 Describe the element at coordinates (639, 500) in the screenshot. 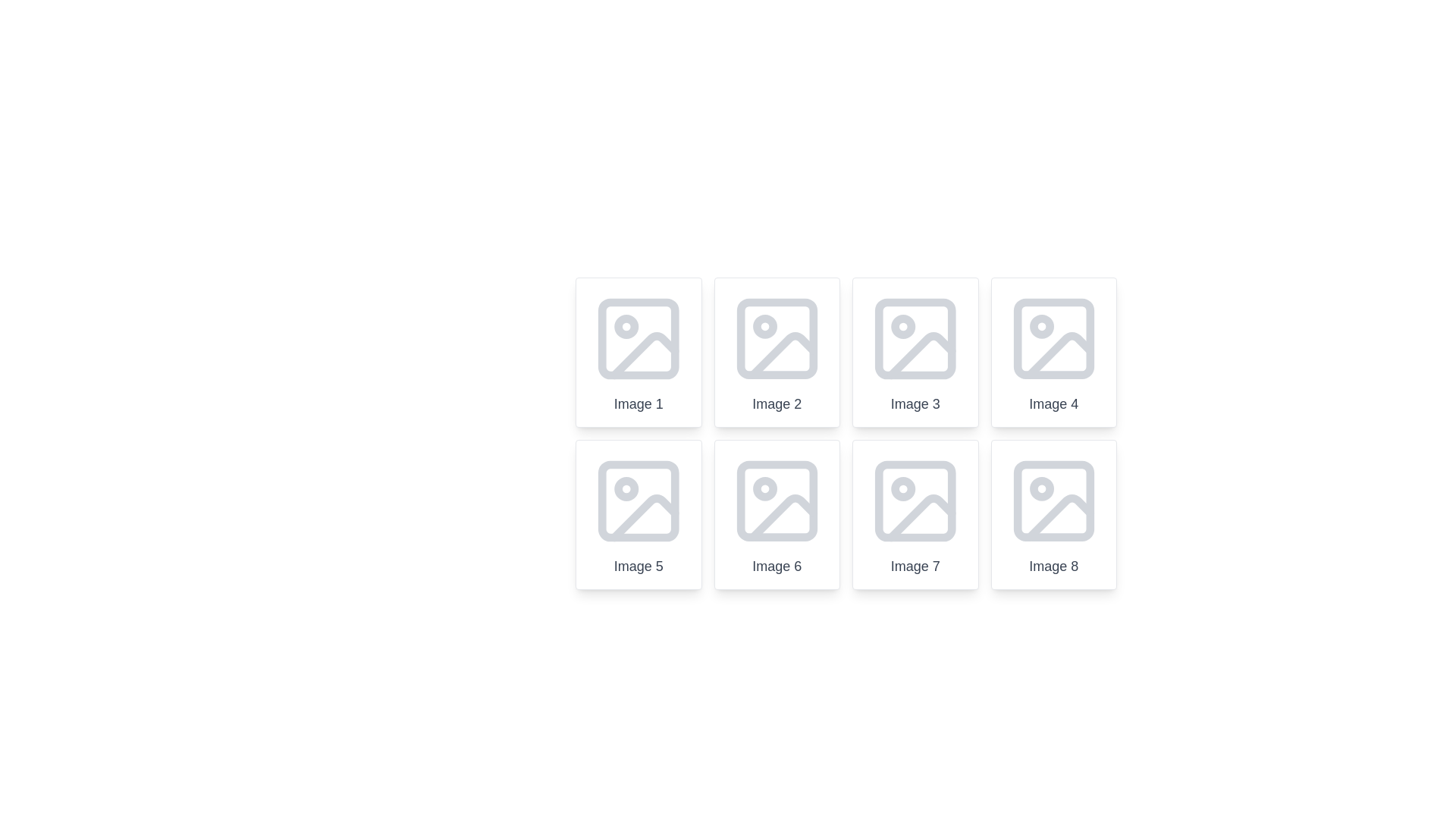

I see `the Image placeholder icon, which is a square graphical placeholder with a light gray border and a central image representation` at that location.